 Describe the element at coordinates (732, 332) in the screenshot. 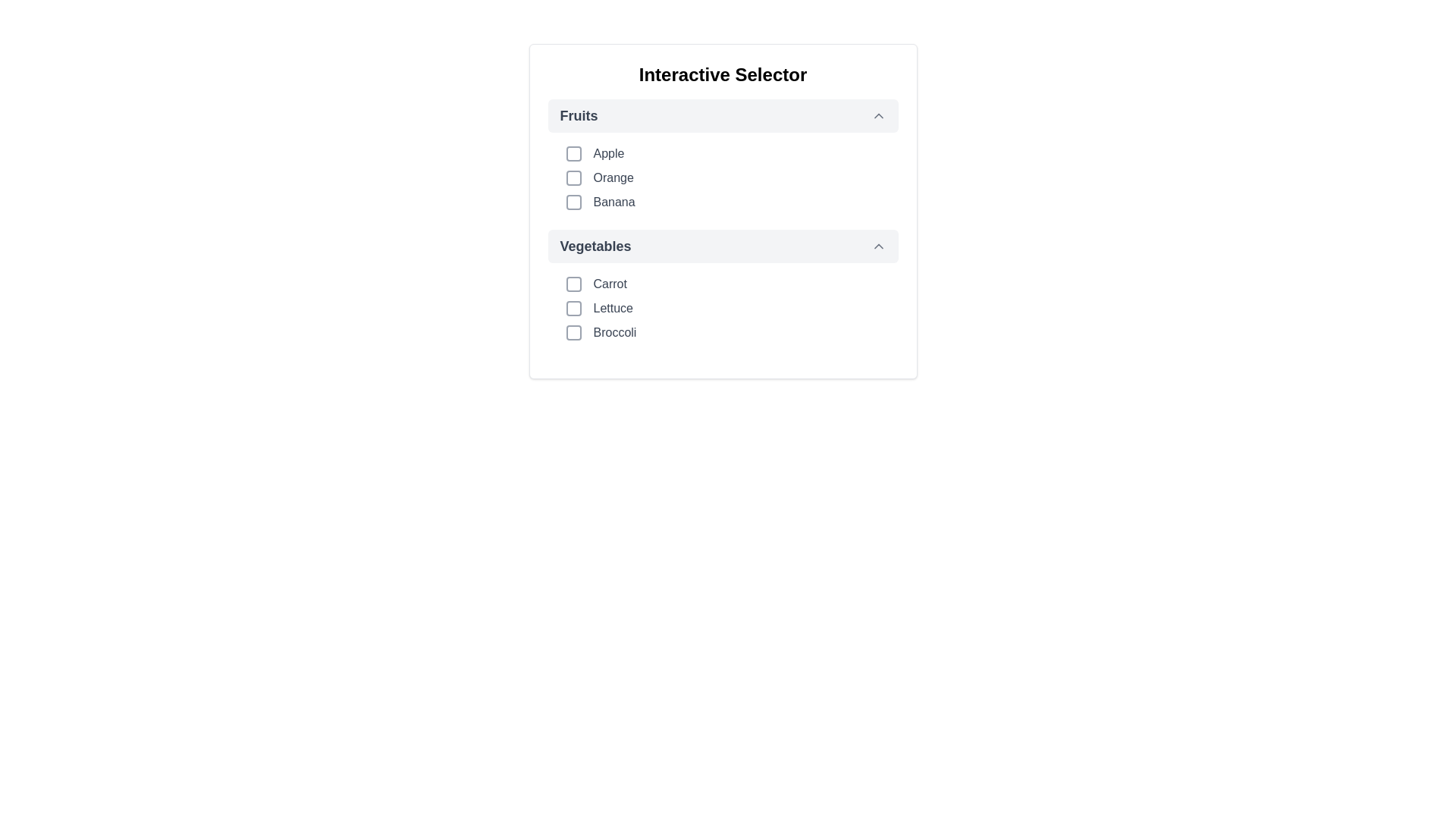

I see `the Checkbox item labeled 'Broccoli', which is the third item in the vertical list under the 'Vegetables' section` at that location.